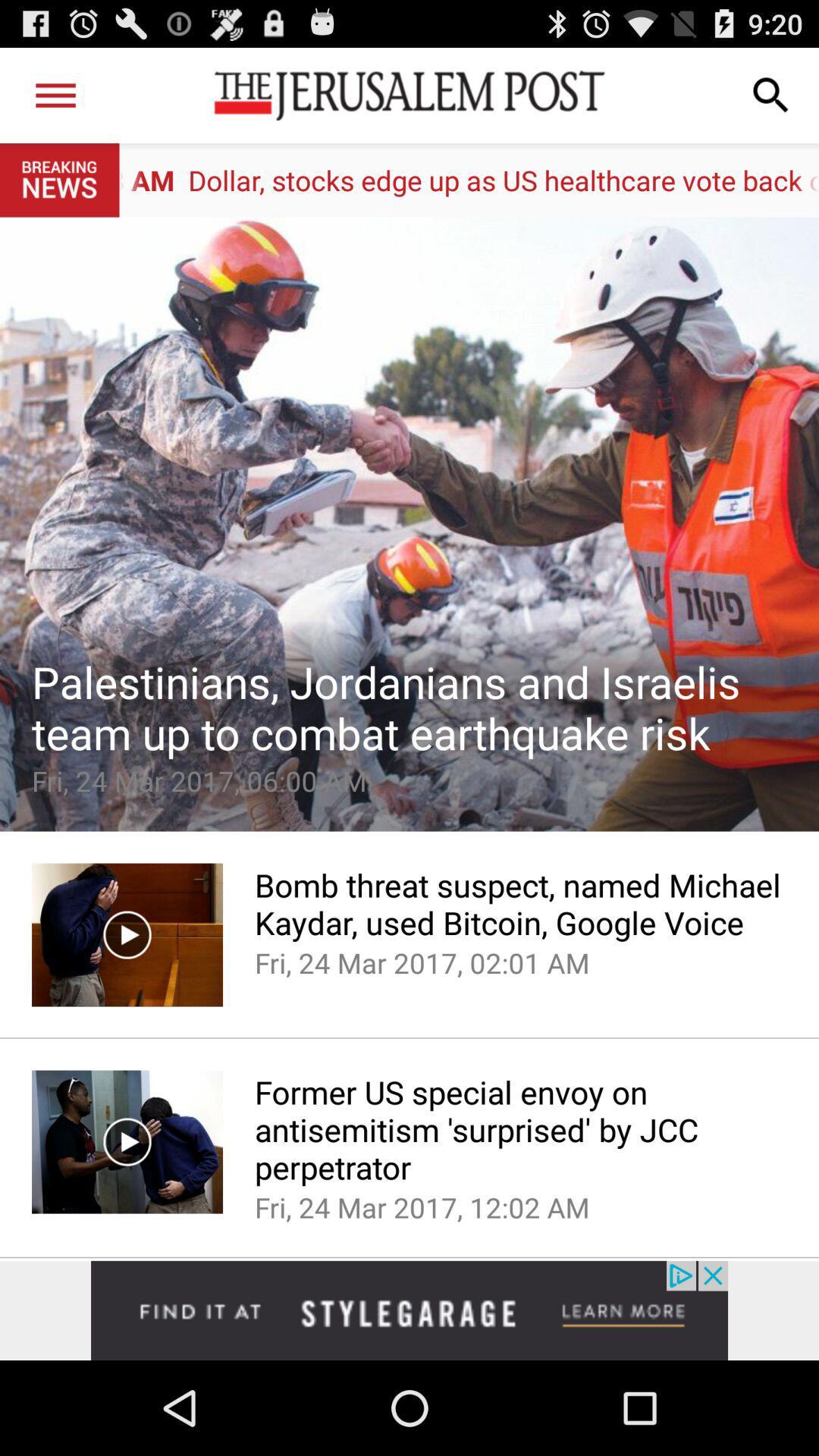 The image size is (819, 1456). What do you see at coordinates (409, 1310) in the screenshot?
I see `advertisement` at bounding box center [409, 1310].